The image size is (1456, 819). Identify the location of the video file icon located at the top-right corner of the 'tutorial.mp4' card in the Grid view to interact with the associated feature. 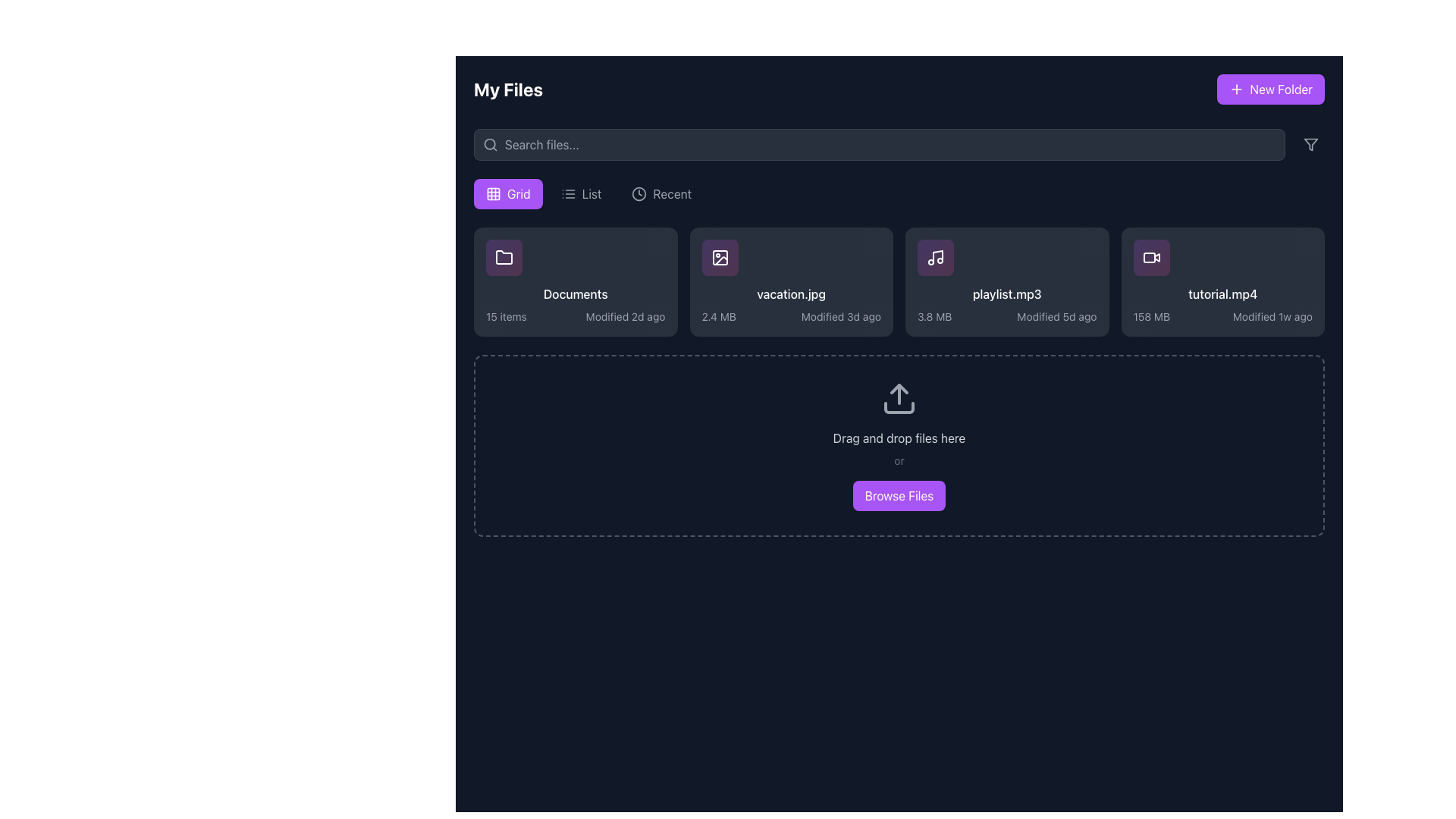
(1151, 256).